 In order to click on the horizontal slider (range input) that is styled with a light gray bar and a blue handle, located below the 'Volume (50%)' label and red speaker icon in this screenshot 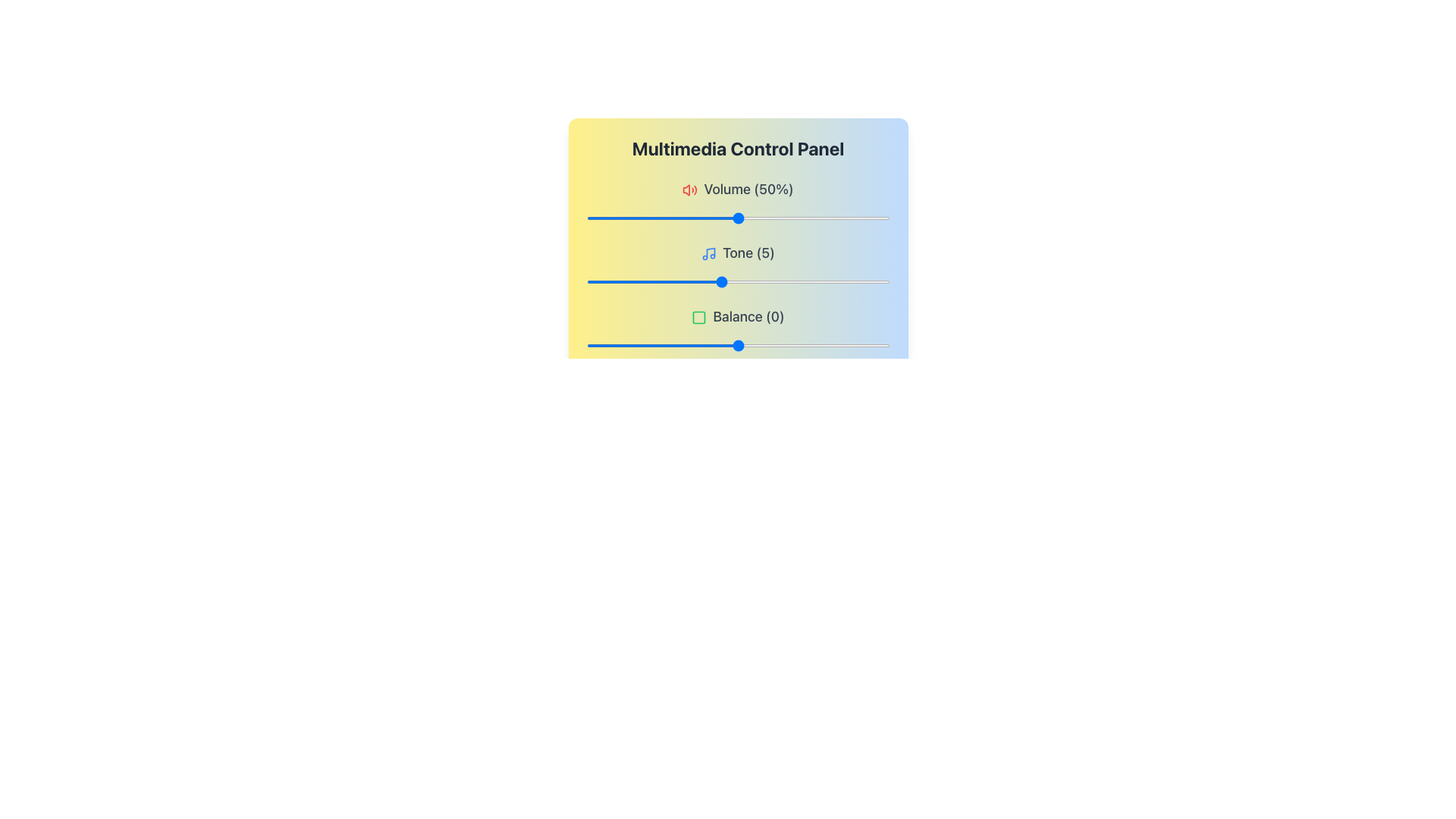, I will do `click(738, 218)`.